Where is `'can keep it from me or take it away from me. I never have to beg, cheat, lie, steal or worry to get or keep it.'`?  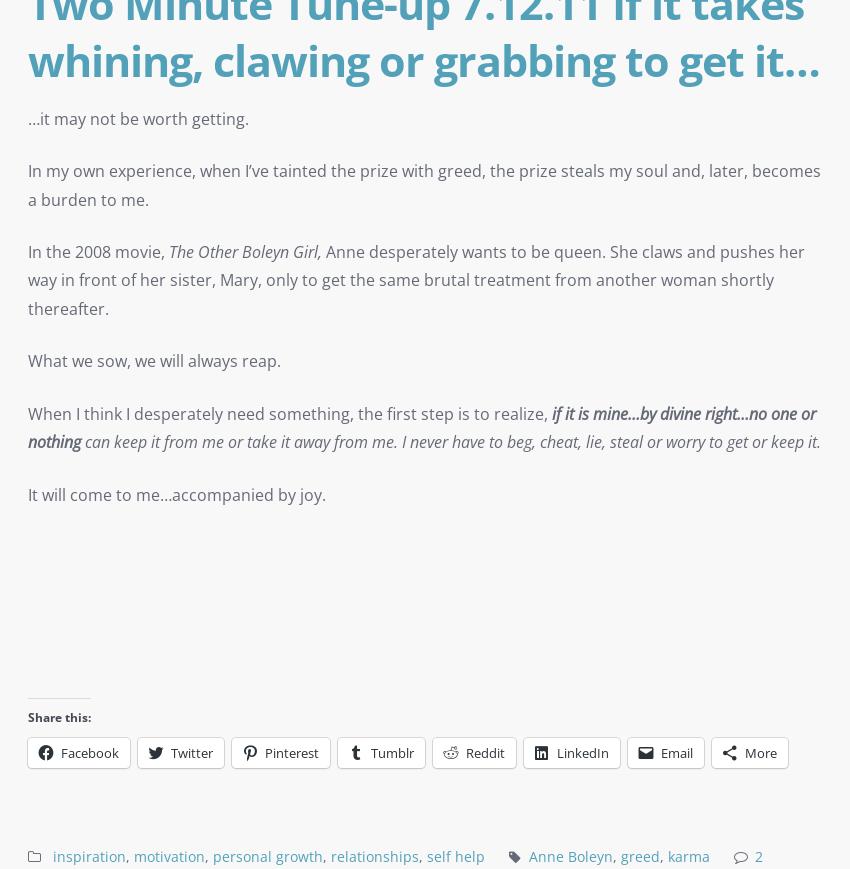 'can keep it from me or take it away from me. I never have to beg, cheat, lie, steal or worry to get or keep it.' is located at coordinates (450, 441).